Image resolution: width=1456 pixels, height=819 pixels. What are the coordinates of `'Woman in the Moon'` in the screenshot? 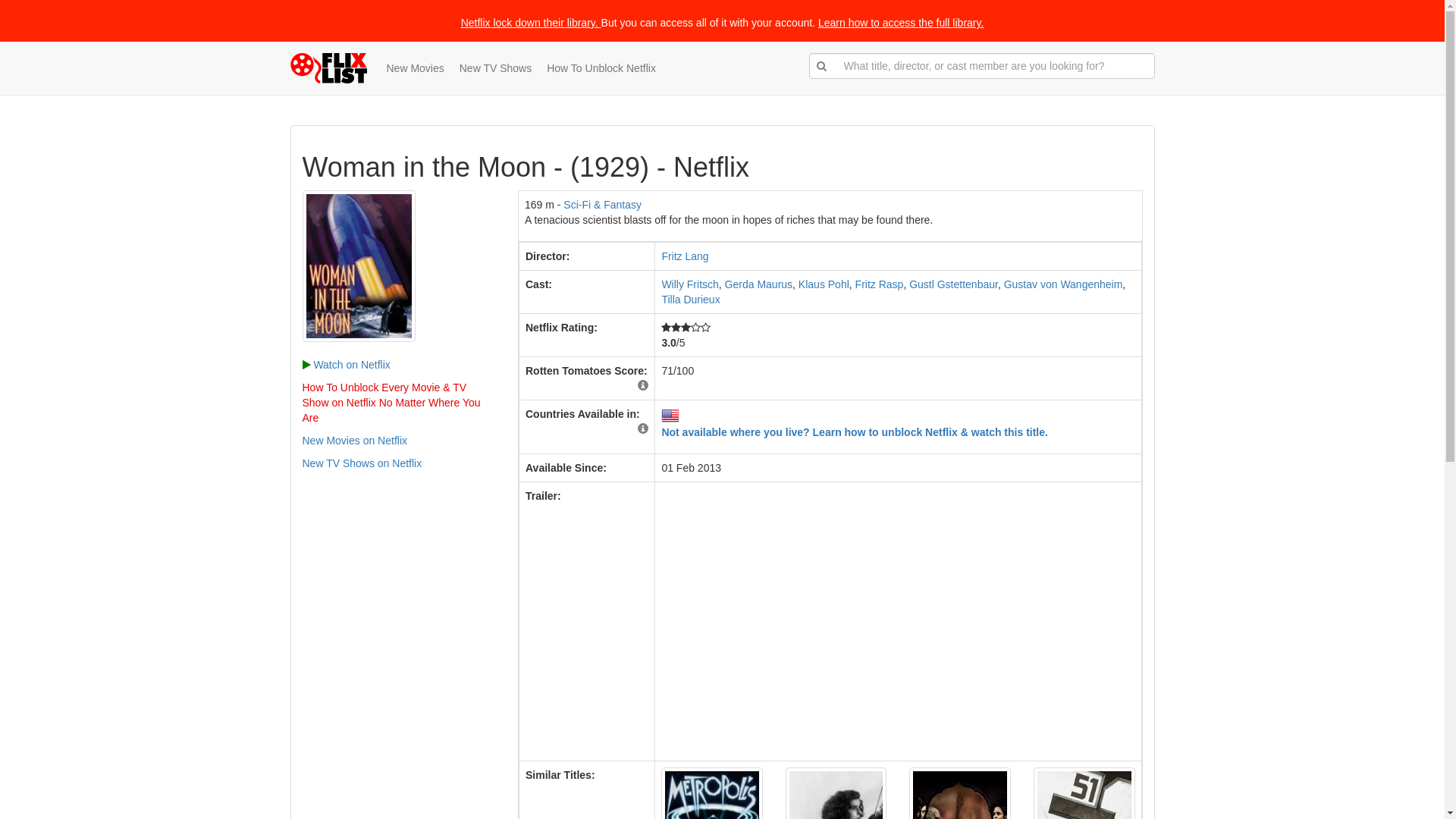 It's located at (357, 265).